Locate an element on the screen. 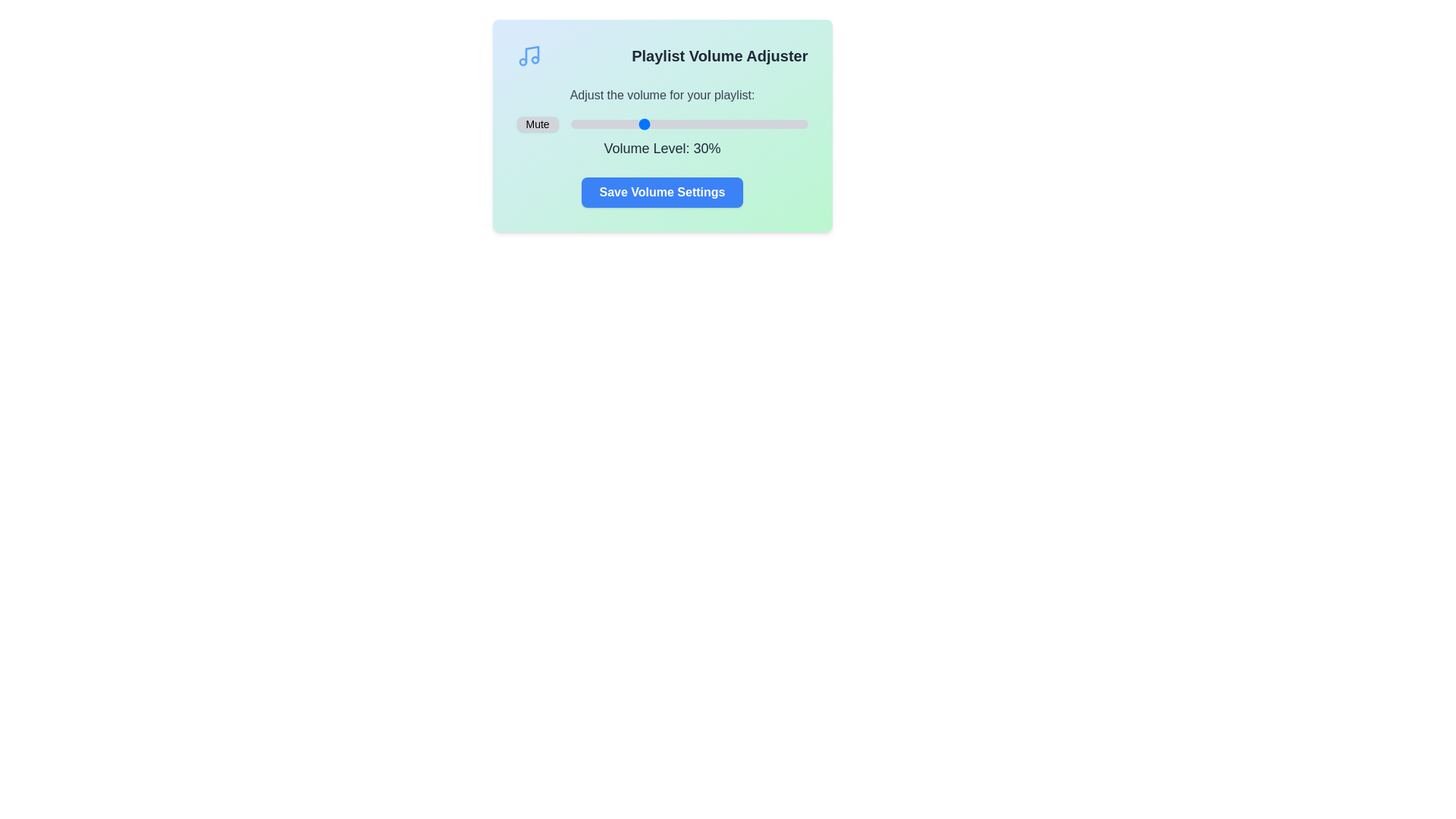  the volume level text for copying is located at coordinates (662, 149).